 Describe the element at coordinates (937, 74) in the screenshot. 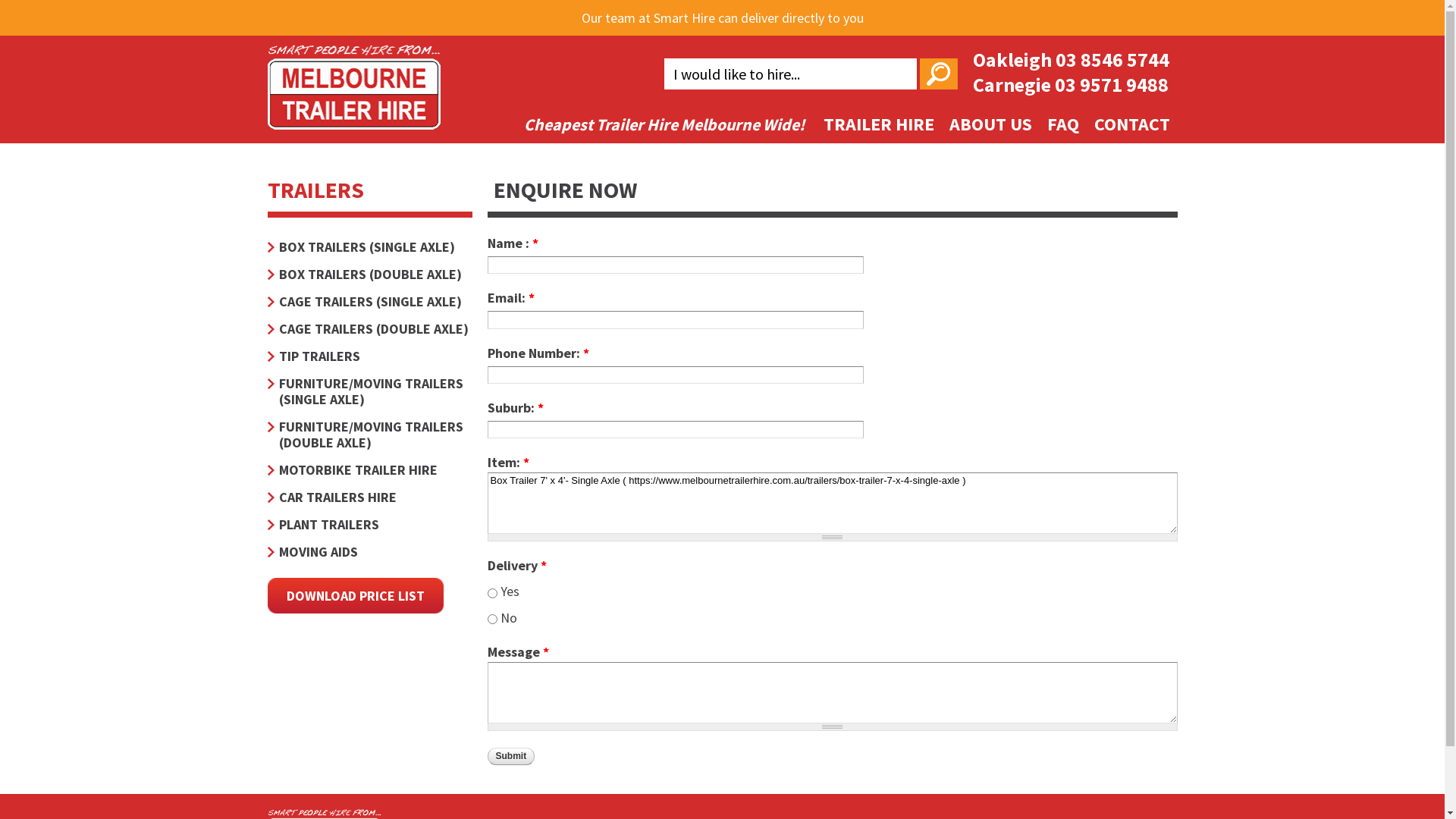

I see `'Search'` at that location.